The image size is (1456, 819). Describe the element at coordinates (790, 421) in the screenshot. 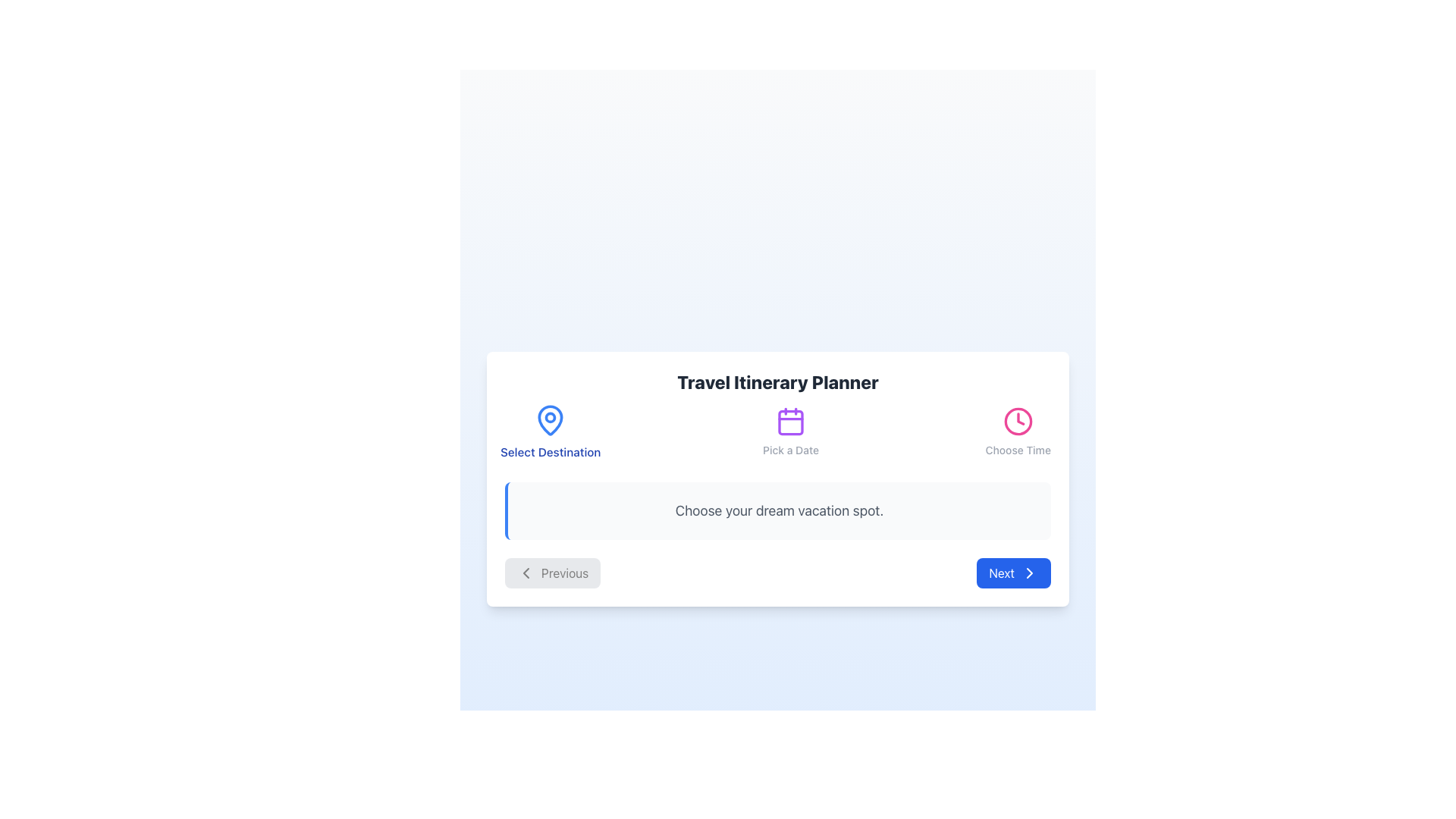

I see `the calendar icon, which is purple with rounded corners, located in the header section of the 'Travel Itinerary Planner' interface` at that location.